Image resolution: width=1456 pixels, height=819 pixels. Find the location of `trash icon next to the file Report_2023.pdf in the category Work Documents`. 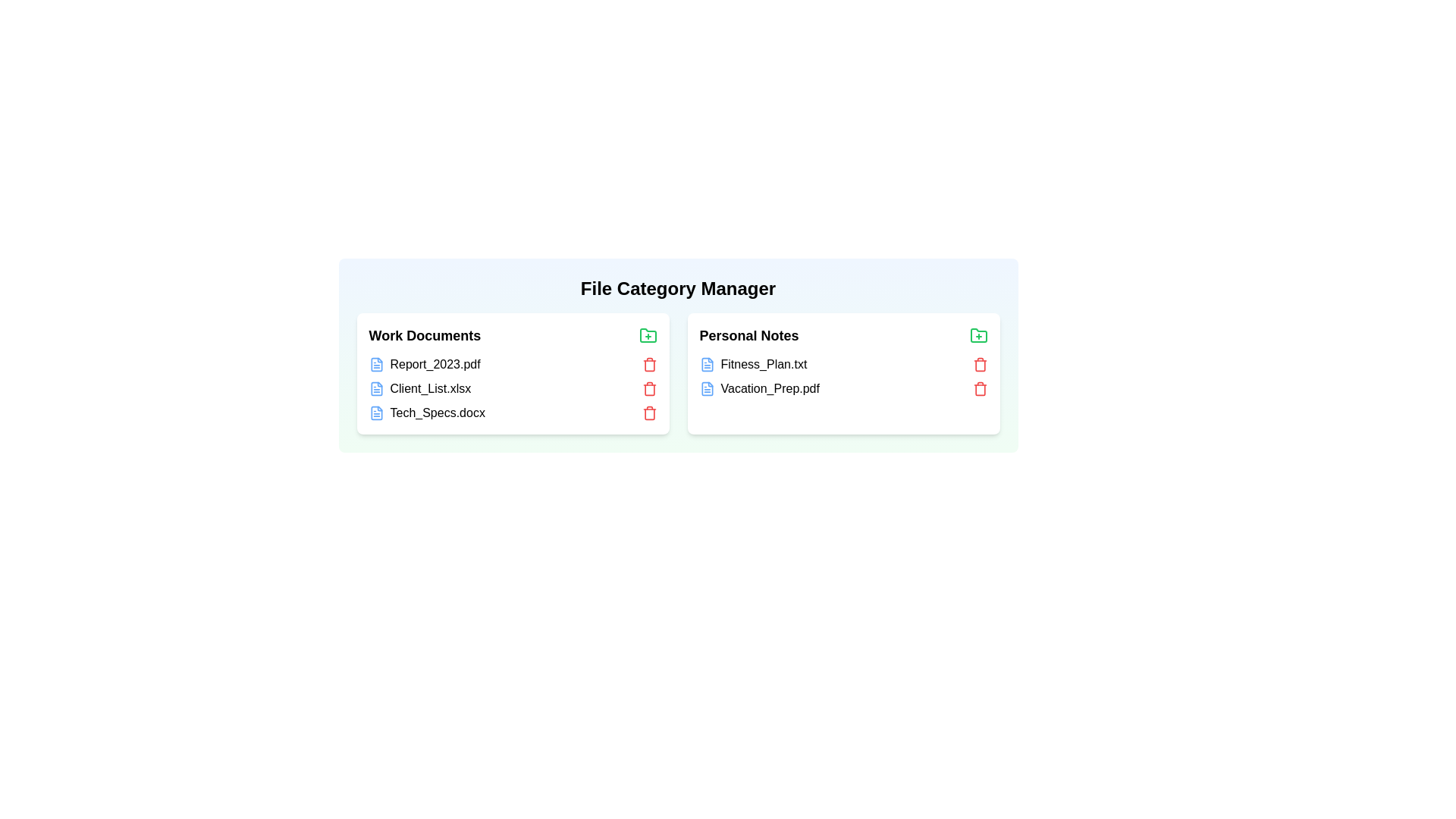

trash icon next to the file Report_2023.pdf in the category Work Documents is located at coordinates (649, 365).